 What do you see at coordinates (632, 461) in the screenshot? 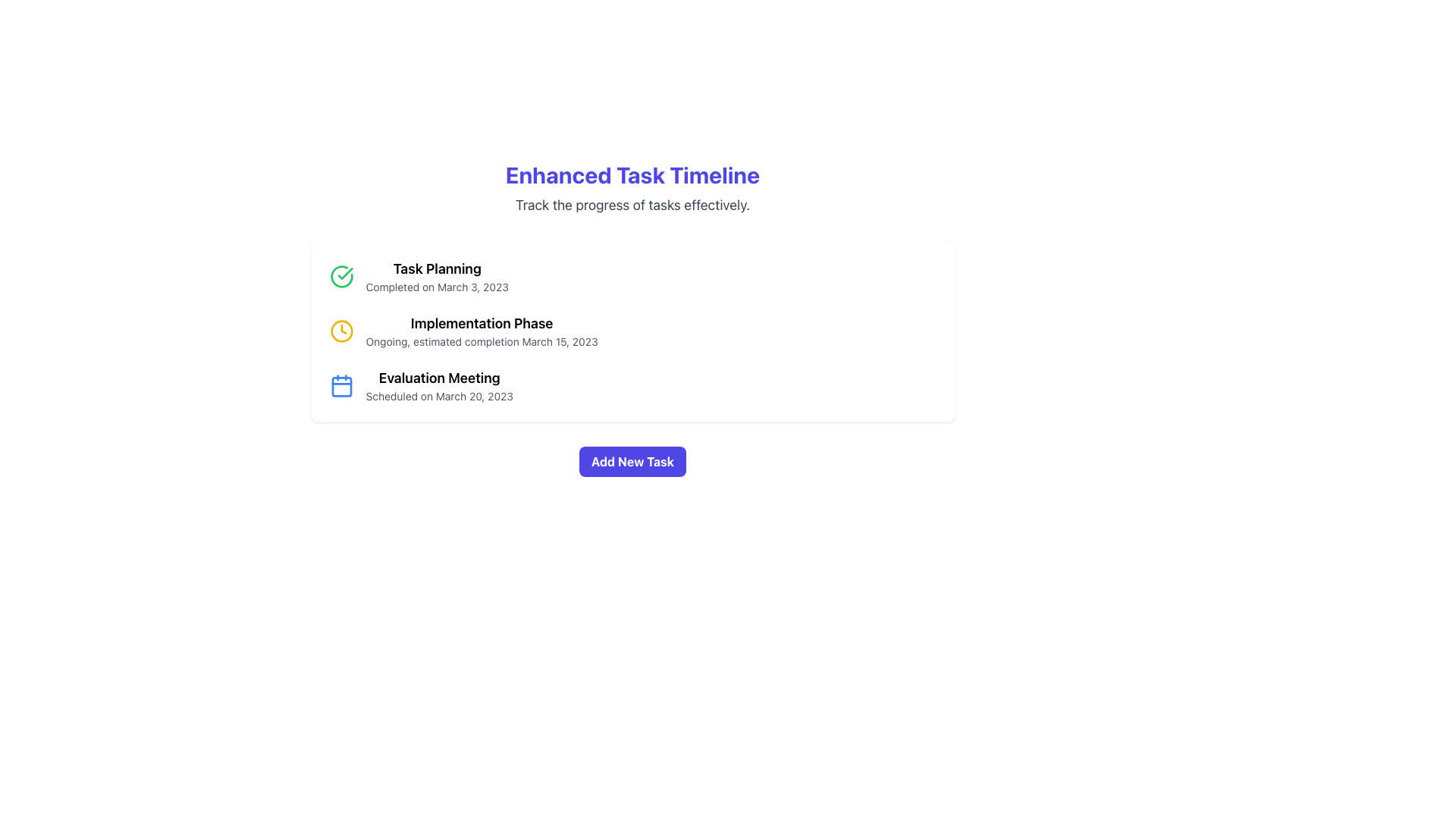
I see `and interact with the 'Add New Task' button` at bounding box center [632, 461].